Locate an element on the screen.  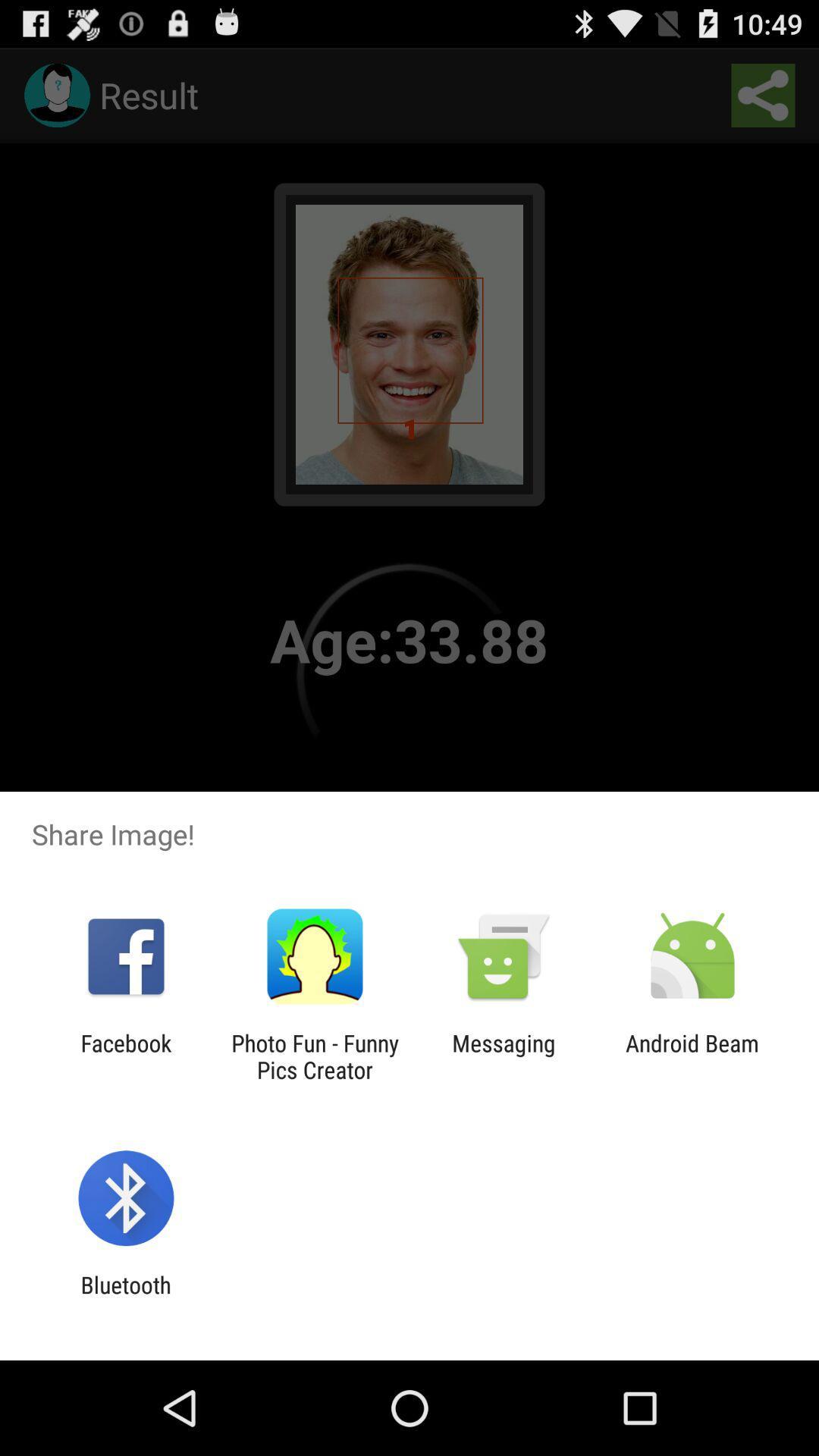
the app to the left of the messaging is located at coordinates (314, 1056).